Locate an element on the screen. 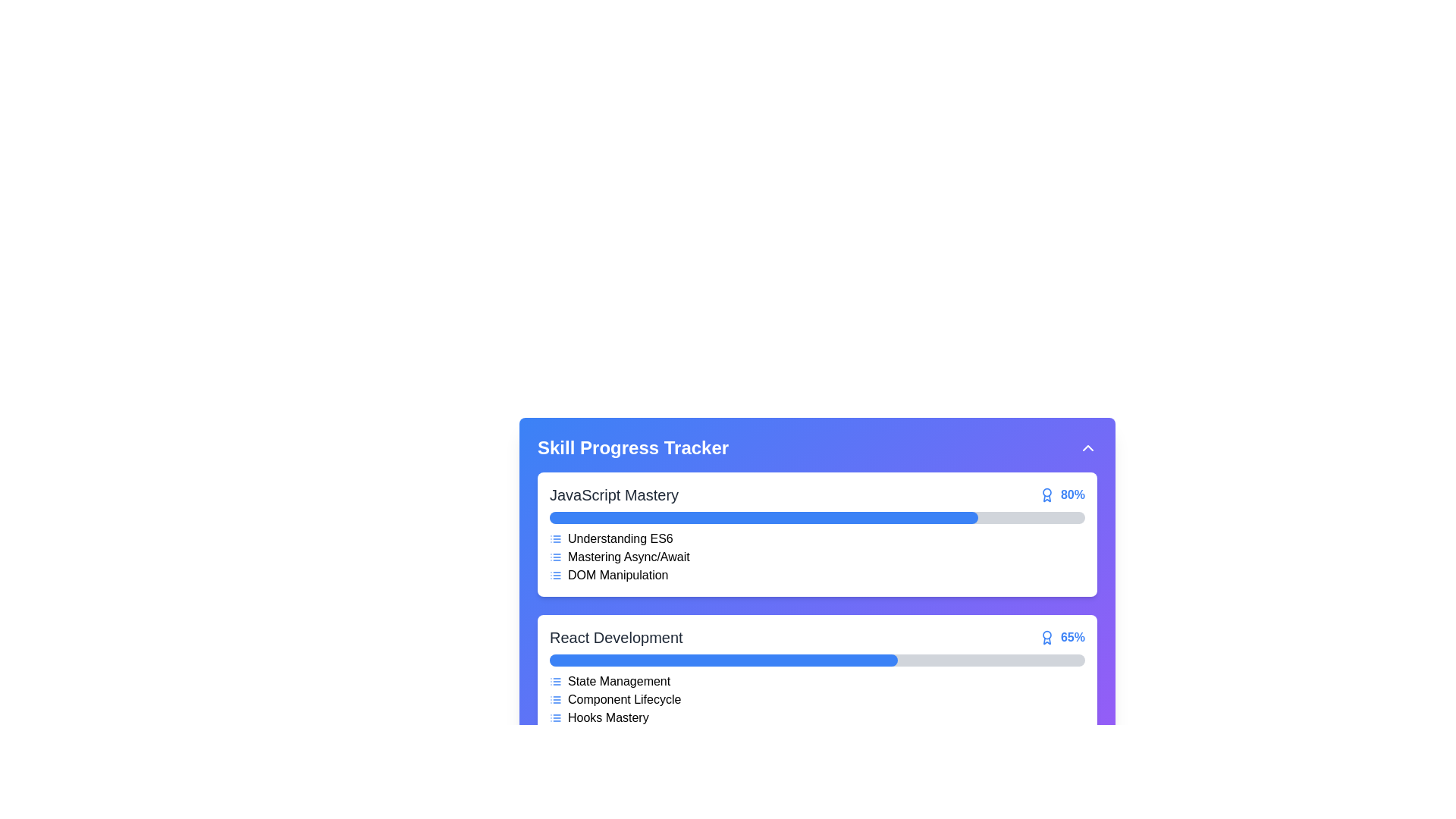  the Progress Indicator Bar that visually represents an 80% completion status of the JavaScript Mastery skill, located under the 'JavaScript Mastery' heading in the 'Skill Progress Tracker' interface is located at coordinates (764, 516).